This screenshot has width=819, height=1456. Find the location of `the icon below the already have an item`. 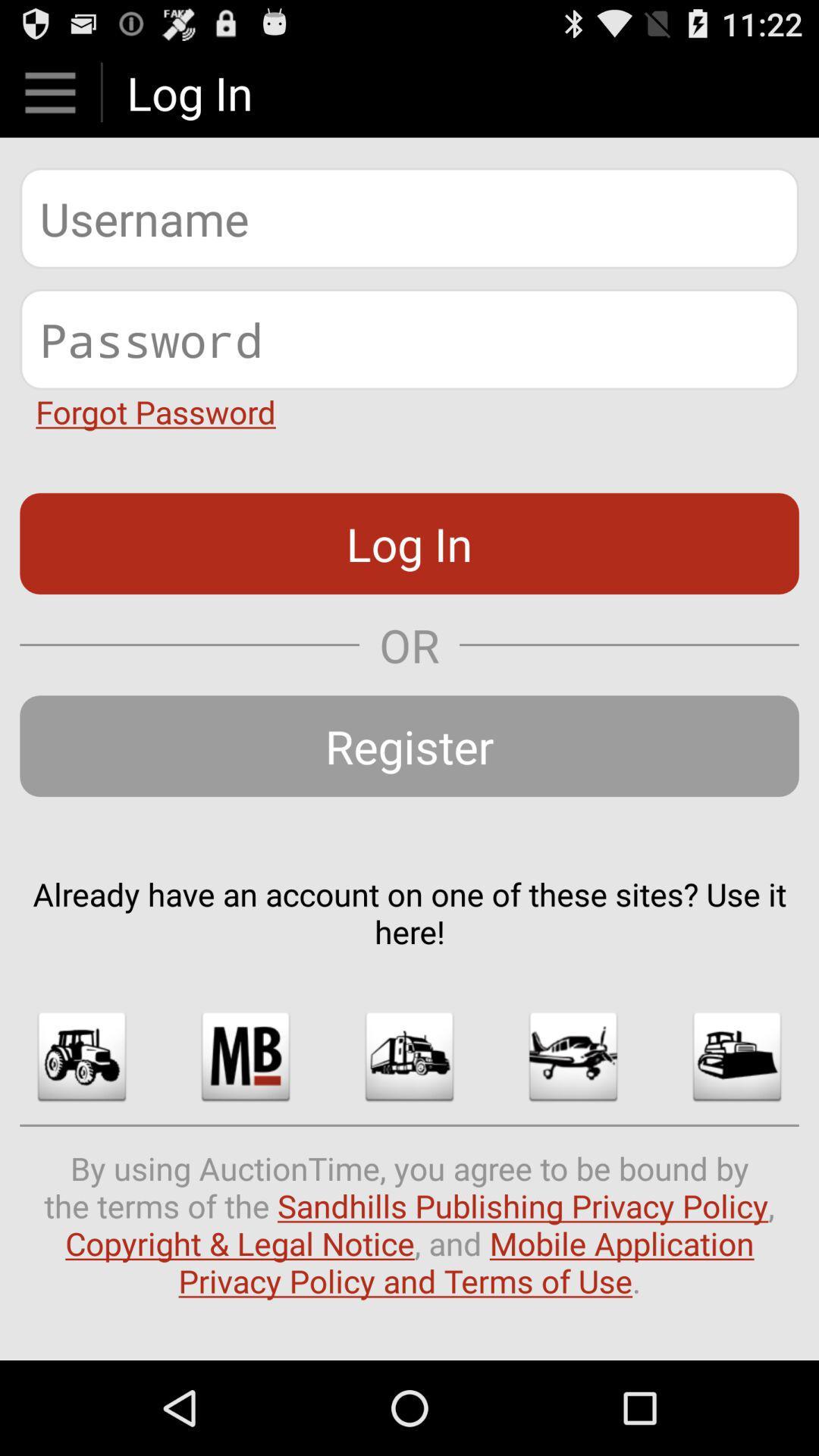

the icon below the already have an item is located at coordinates (573, 1056).